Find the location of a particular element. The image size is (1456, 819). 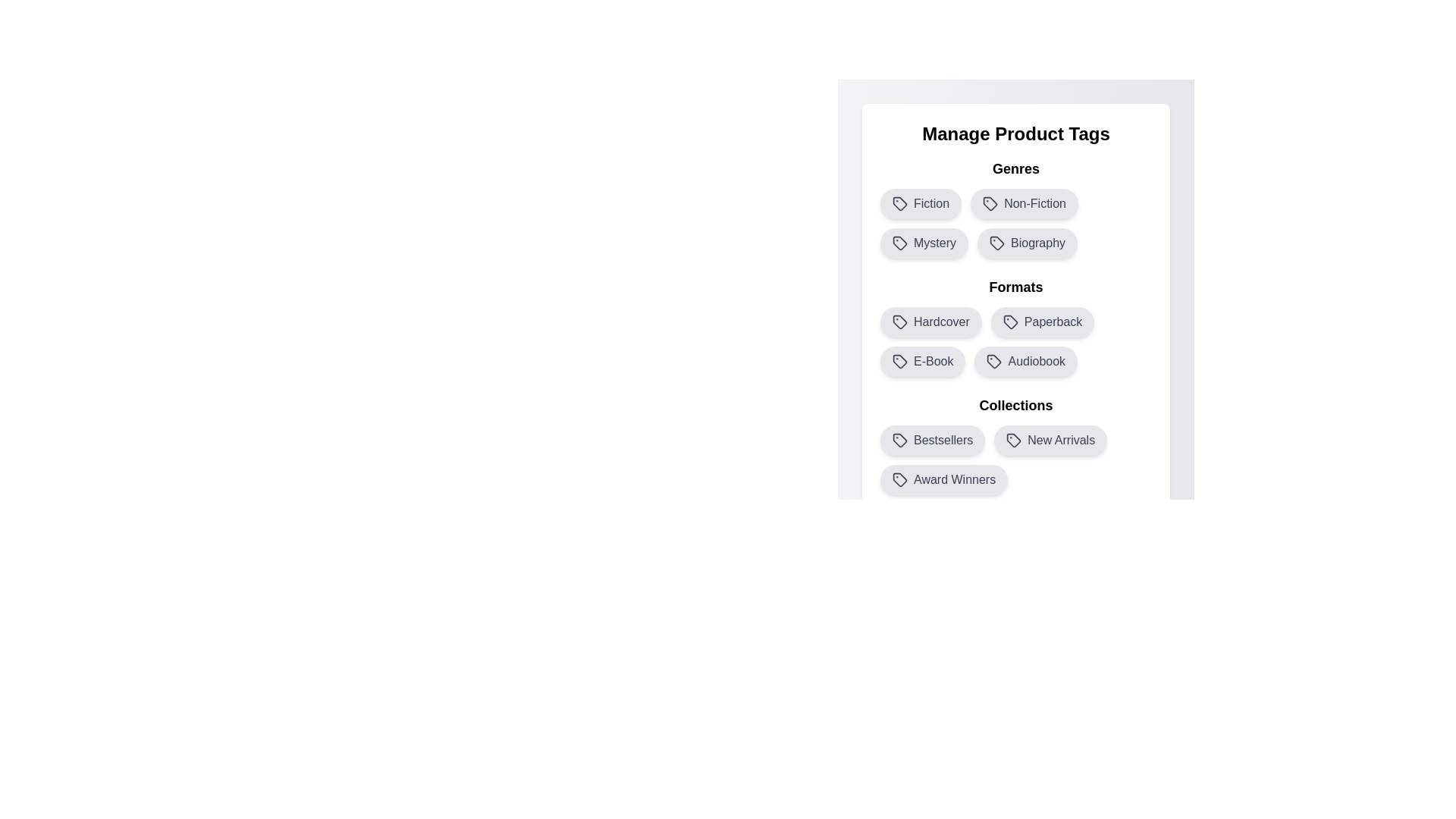

the larger tag-shaped icon within the 'Bestsellers' label in the 'Collections' section of the product tag manager interface is located at coordinates (899, 441).